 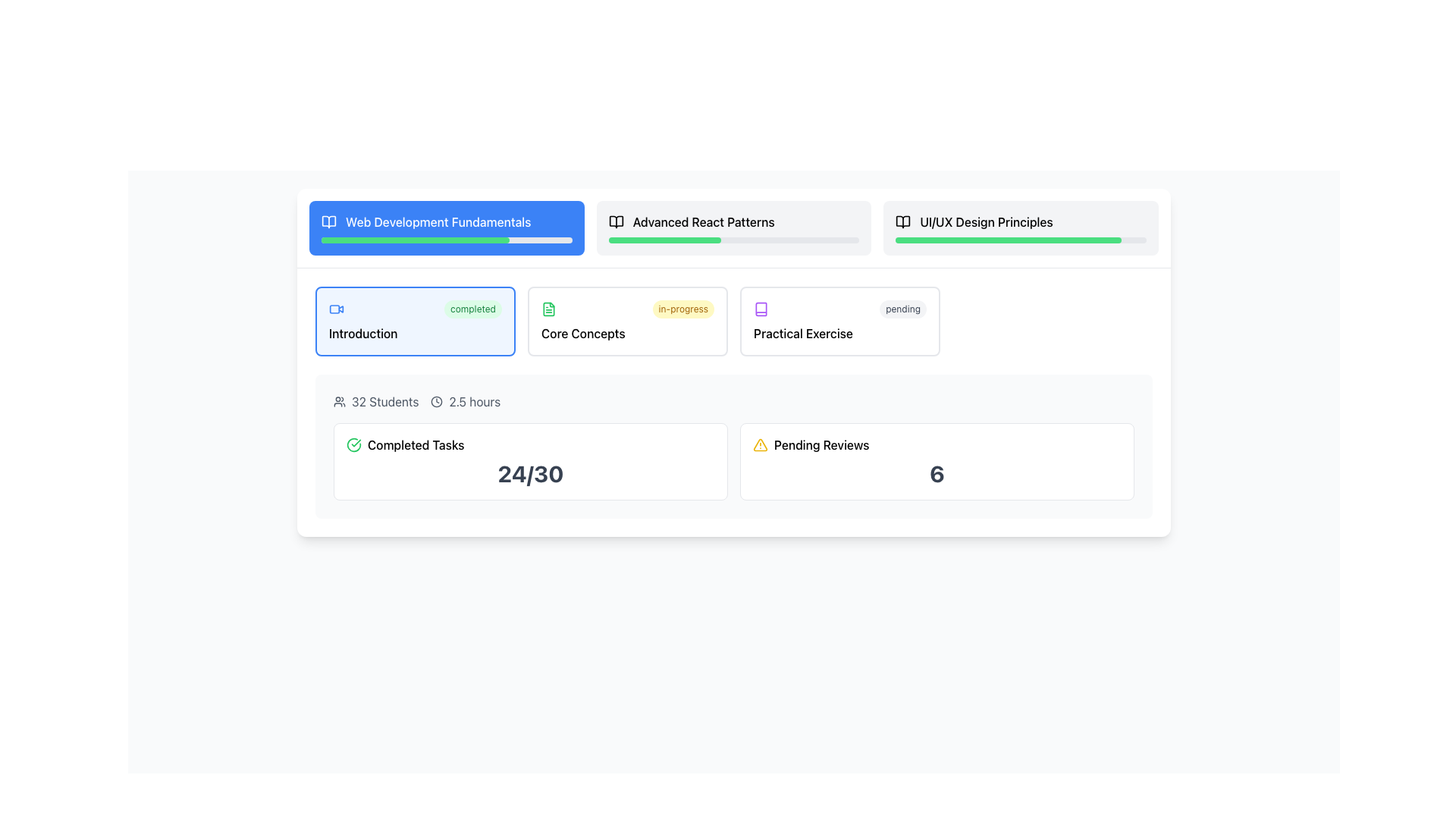 What do you see at coordinates (465, 400) in the screenshot?
I see `the text element indicating duration or time-related information located in the bottom section of the 'Web Development Fundamentals' module, positioned to the right of the '32 Students' text` at bounding box center [465, 400].